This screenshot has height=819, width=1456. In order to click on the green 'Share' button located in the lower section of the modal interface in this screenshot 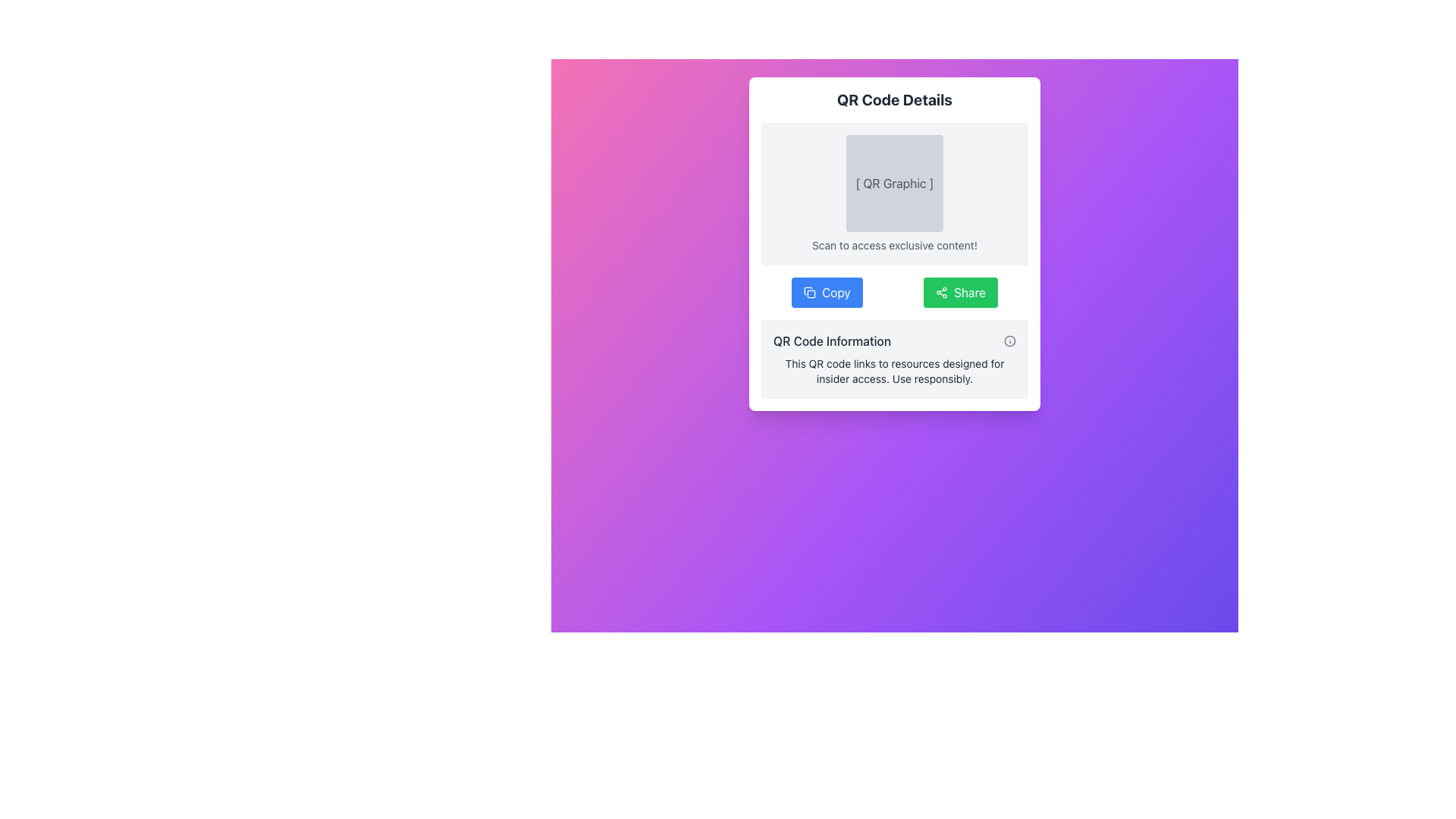, I will do `click(960, 292)`.